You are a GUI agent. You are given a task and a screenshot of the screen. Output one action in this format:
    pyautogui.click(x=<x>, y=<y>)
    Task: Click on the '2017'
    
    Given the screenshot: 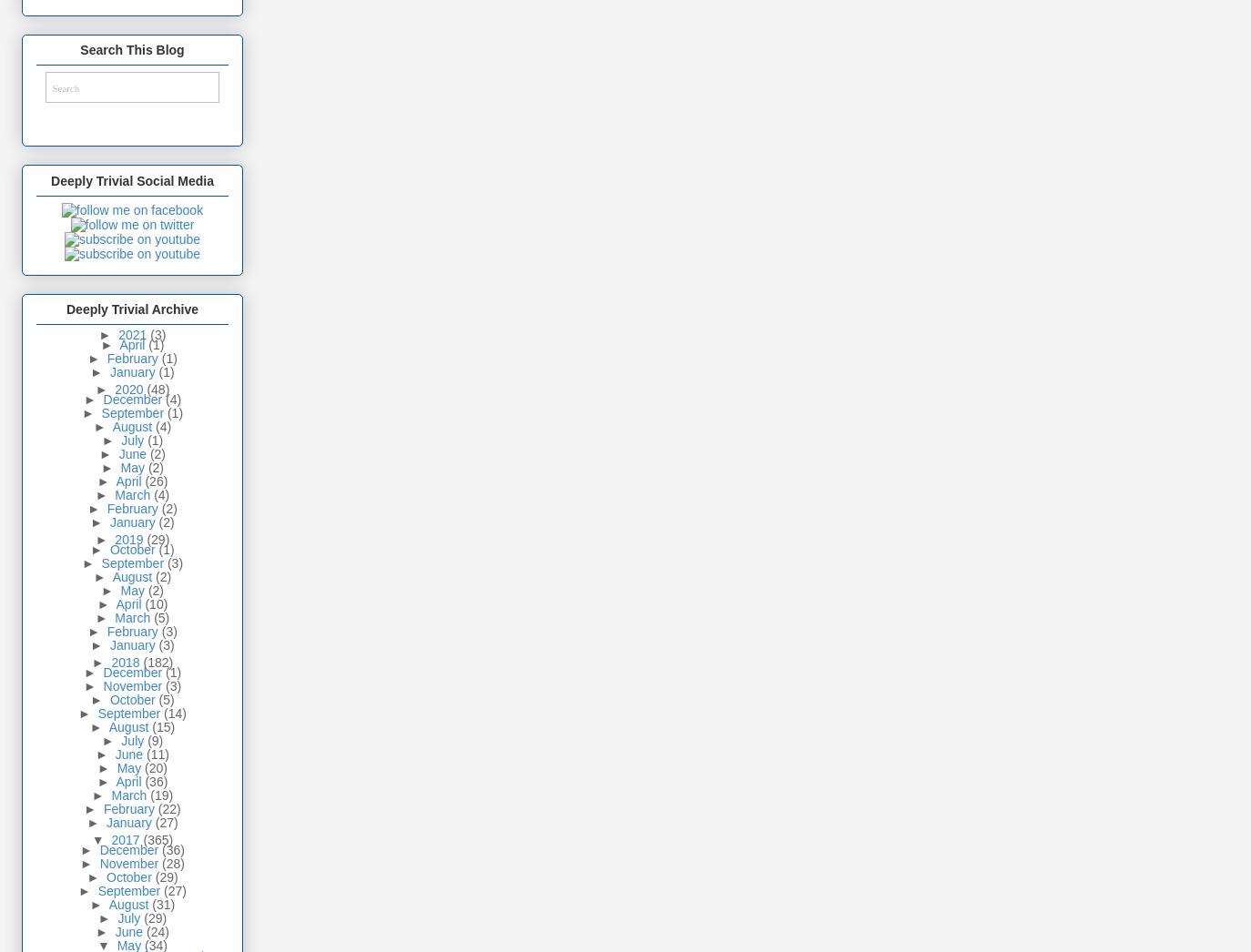 What is the action you would take?
    pyautogui.click(x=126, y=839)
    